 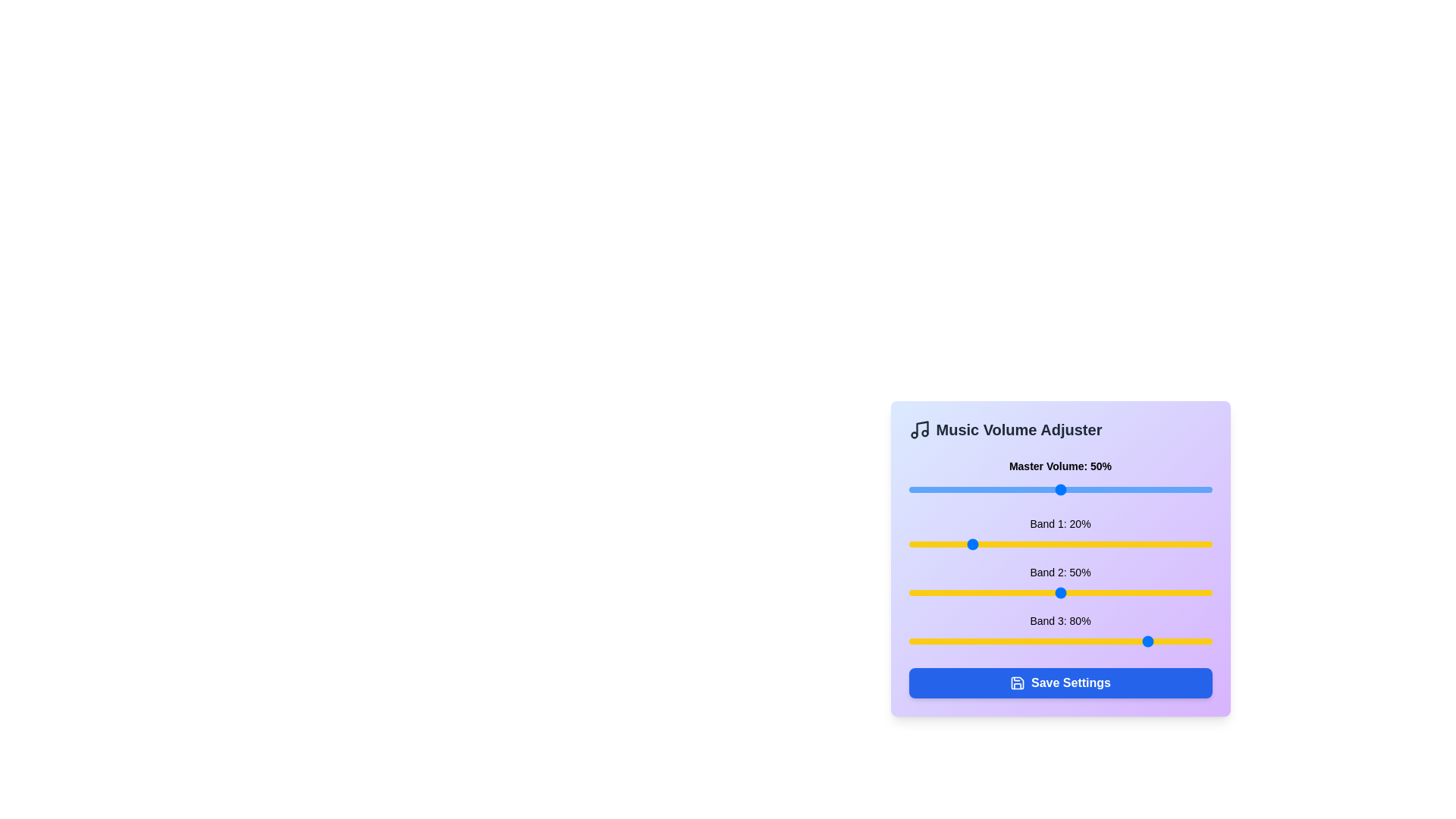 I want to click on Band 2's volume, so click(x=1130, y=592).